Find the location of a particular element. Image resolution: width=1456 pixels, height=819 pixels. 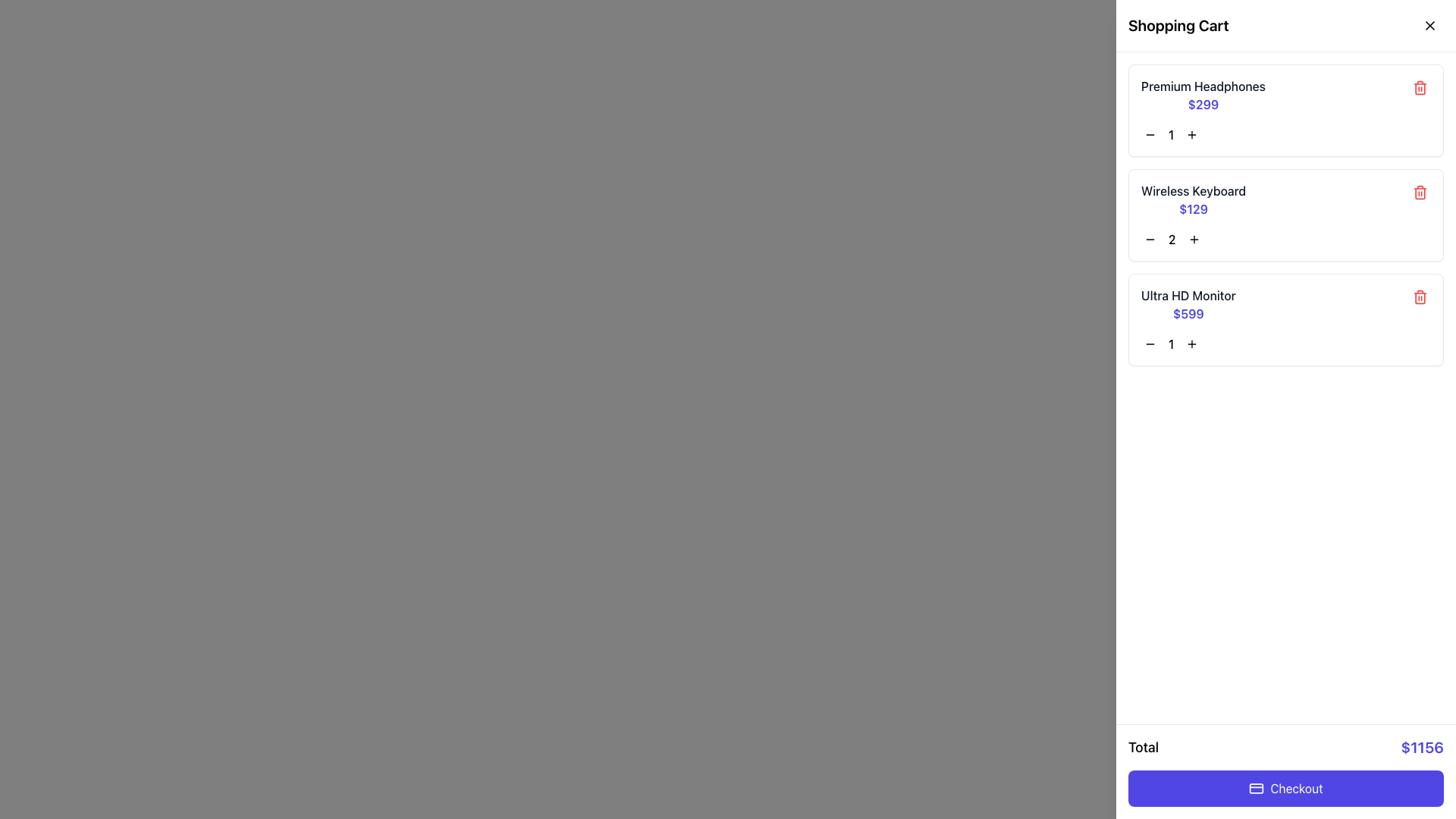

the 'Checkout' text label, which indicates the primary action for completing the shopping process within the button located at the bottom of the shopping cart interface is located at coordinates (1295, 788).